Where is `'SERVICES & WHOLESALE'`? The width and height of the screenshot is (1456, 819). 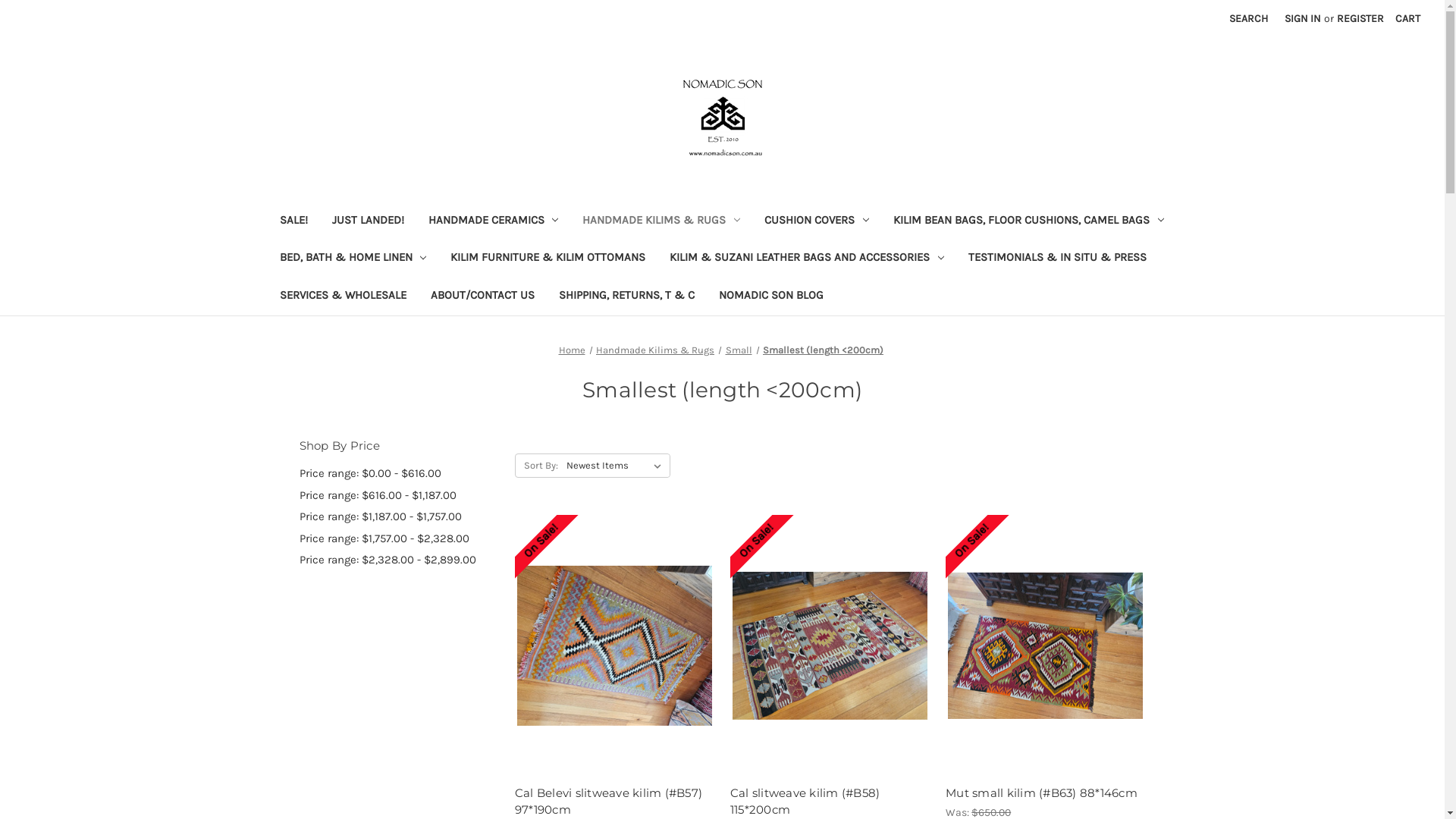
'SERVICES & WHOLESALE' is located at coordinates (266, 297).